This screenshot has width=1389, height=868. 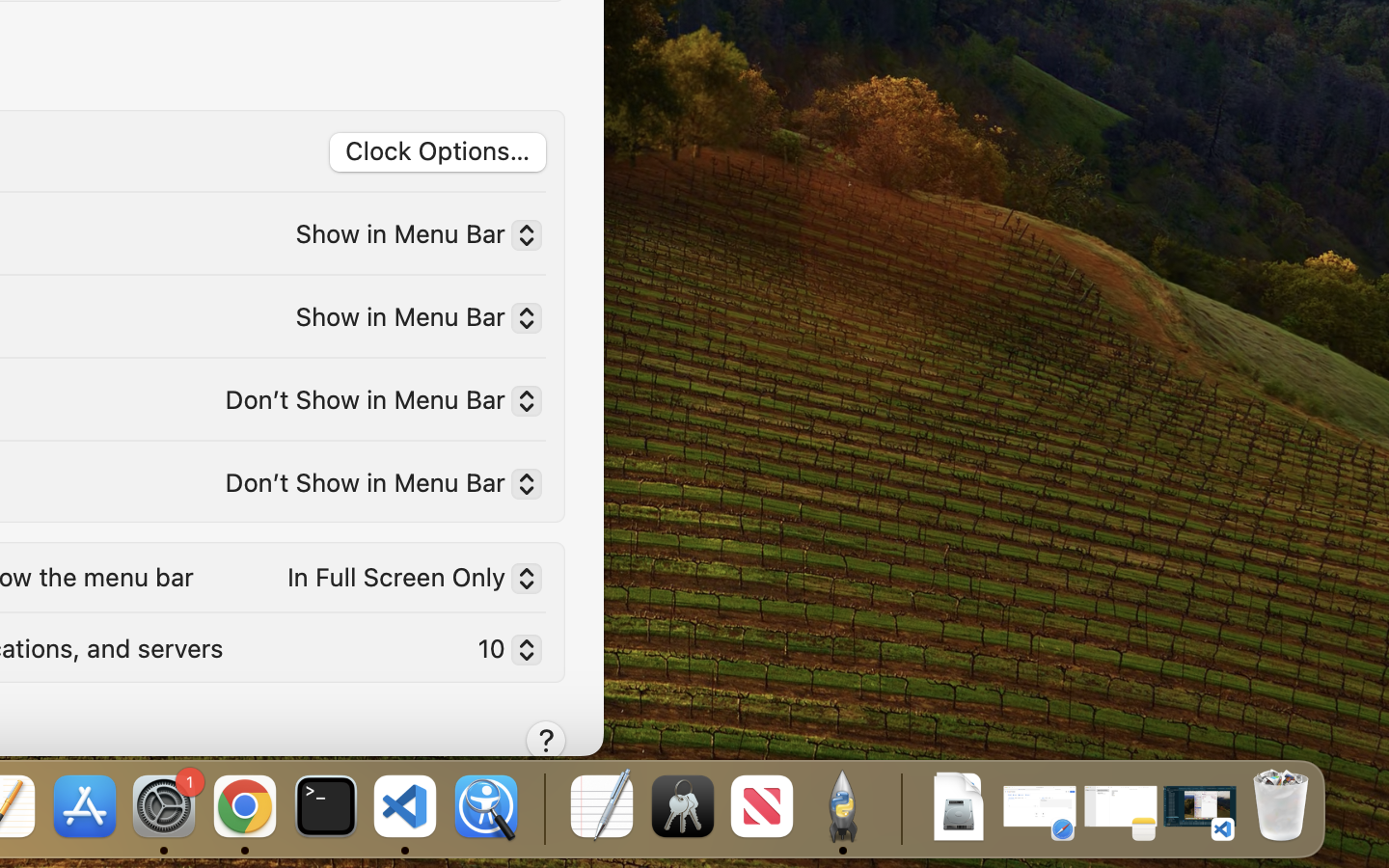 What do you see at coordinates (410, 236) in the screenshot?
I see `'Show in Menu Bar'` at bounding box center [410, 236].